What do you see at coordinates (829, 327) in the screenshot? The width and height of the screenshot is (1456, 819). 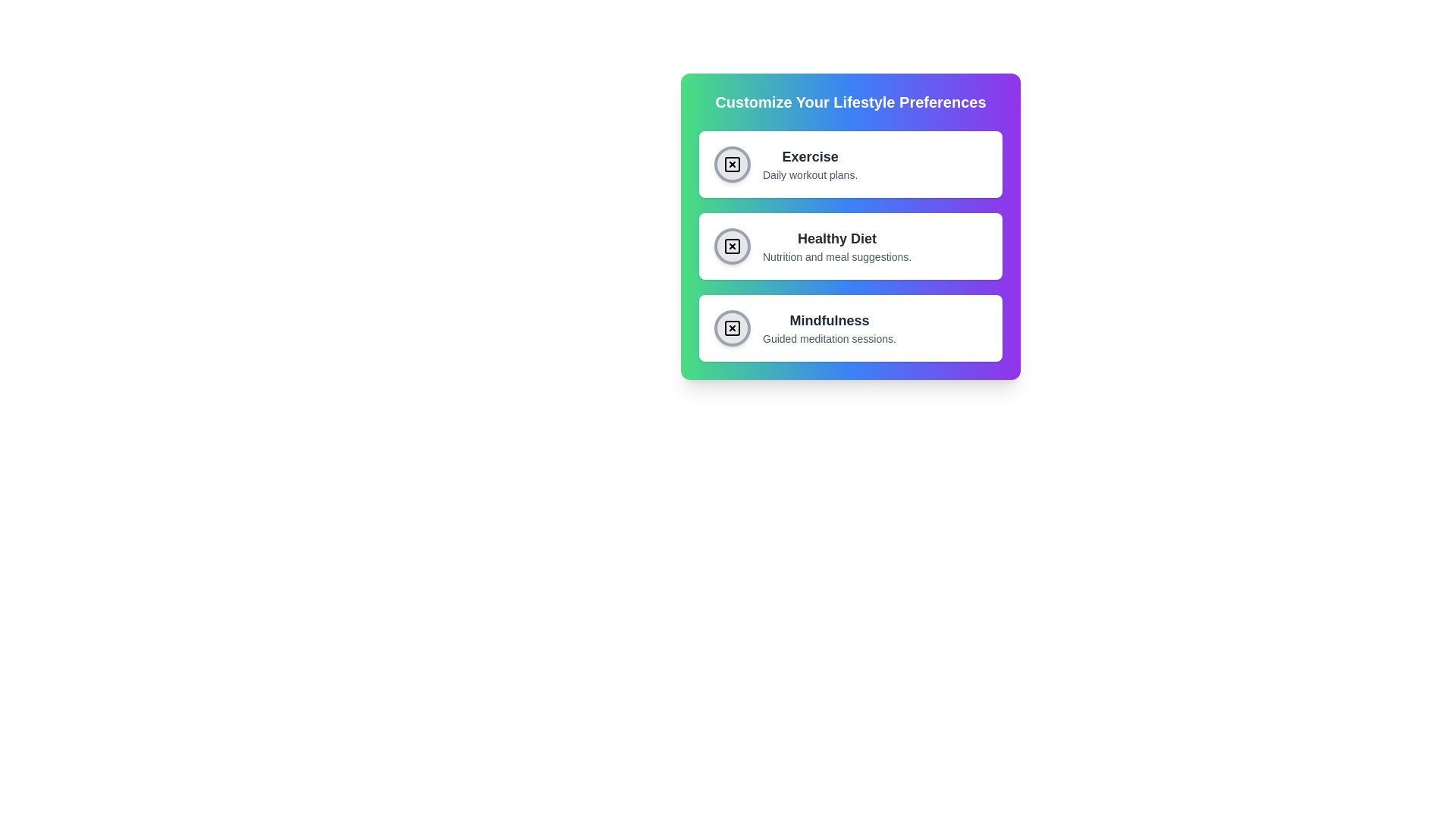 I see `the Label displaying 'Mindfulness' as a bold heading and 'Guided meditation sessions.' as a subheading` at bounding box center [829, 327].